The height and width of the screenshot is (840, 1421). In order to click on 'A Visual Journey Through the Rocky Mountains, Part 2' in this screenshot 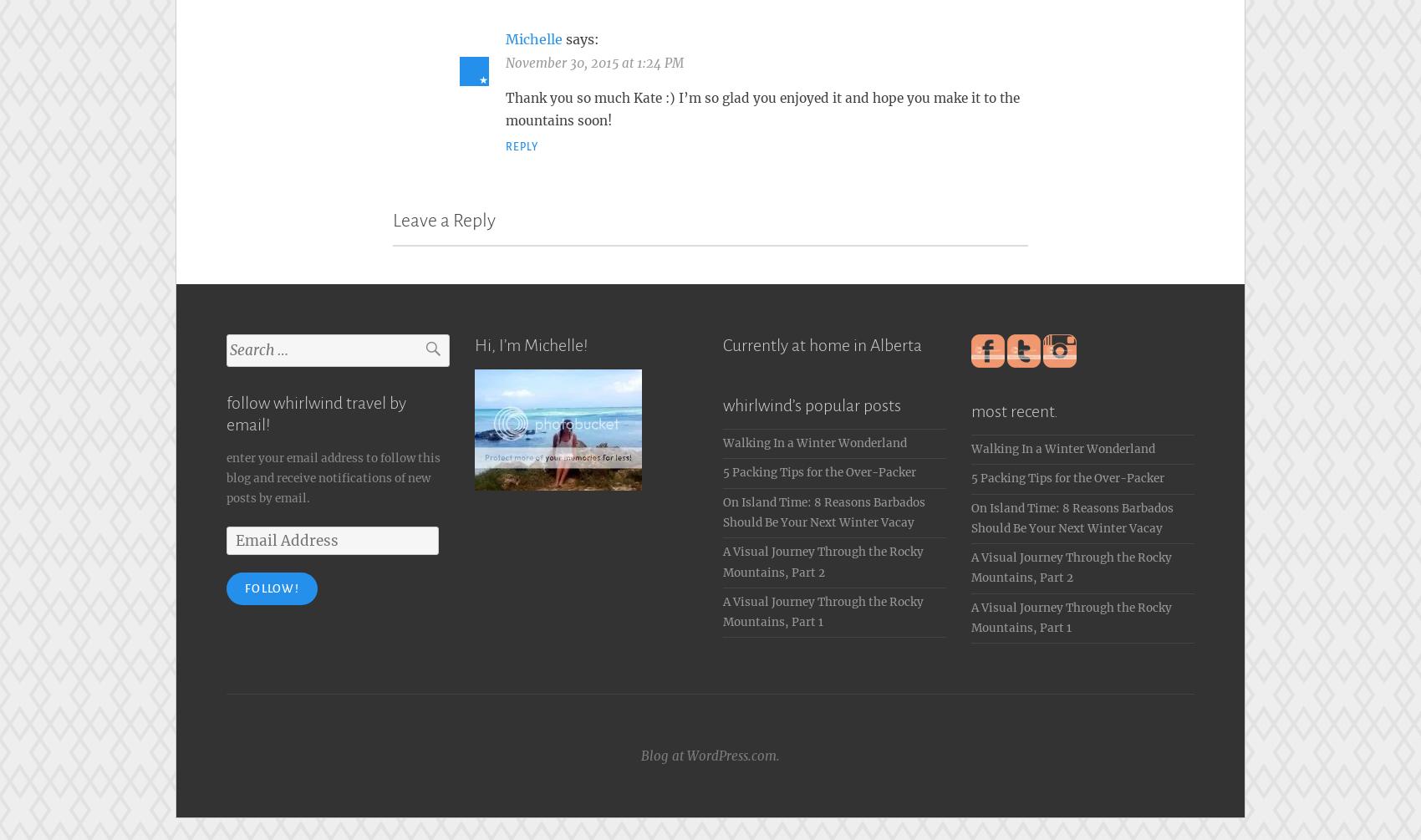, I will do `click(822, 557)`.